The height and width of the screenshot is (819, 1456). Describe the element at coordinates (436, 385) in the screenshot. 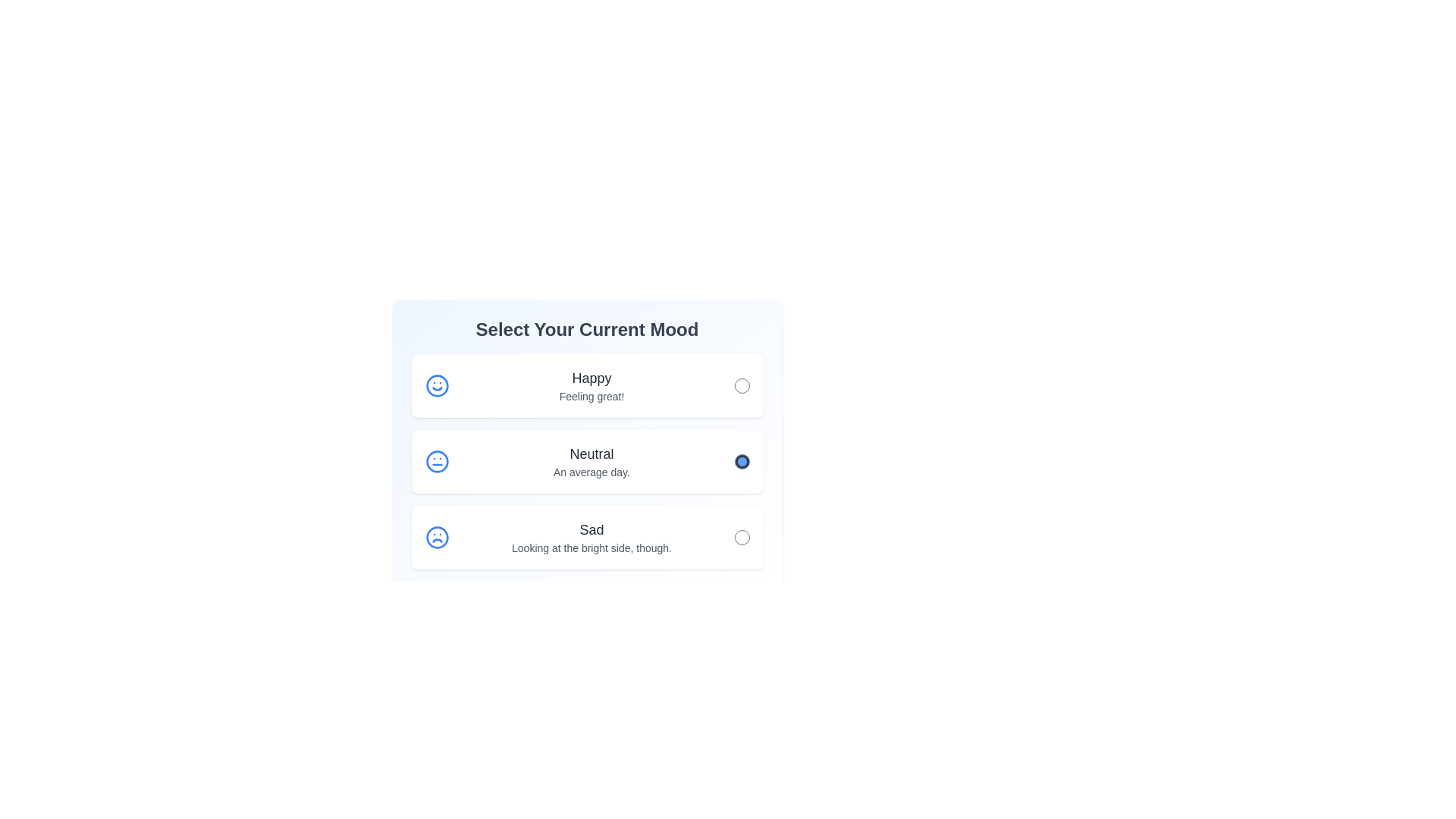

I see `the circular element that forms the base shape of the smiley icon representing the 'Happy' mood option in the mood selection interface` at that location.